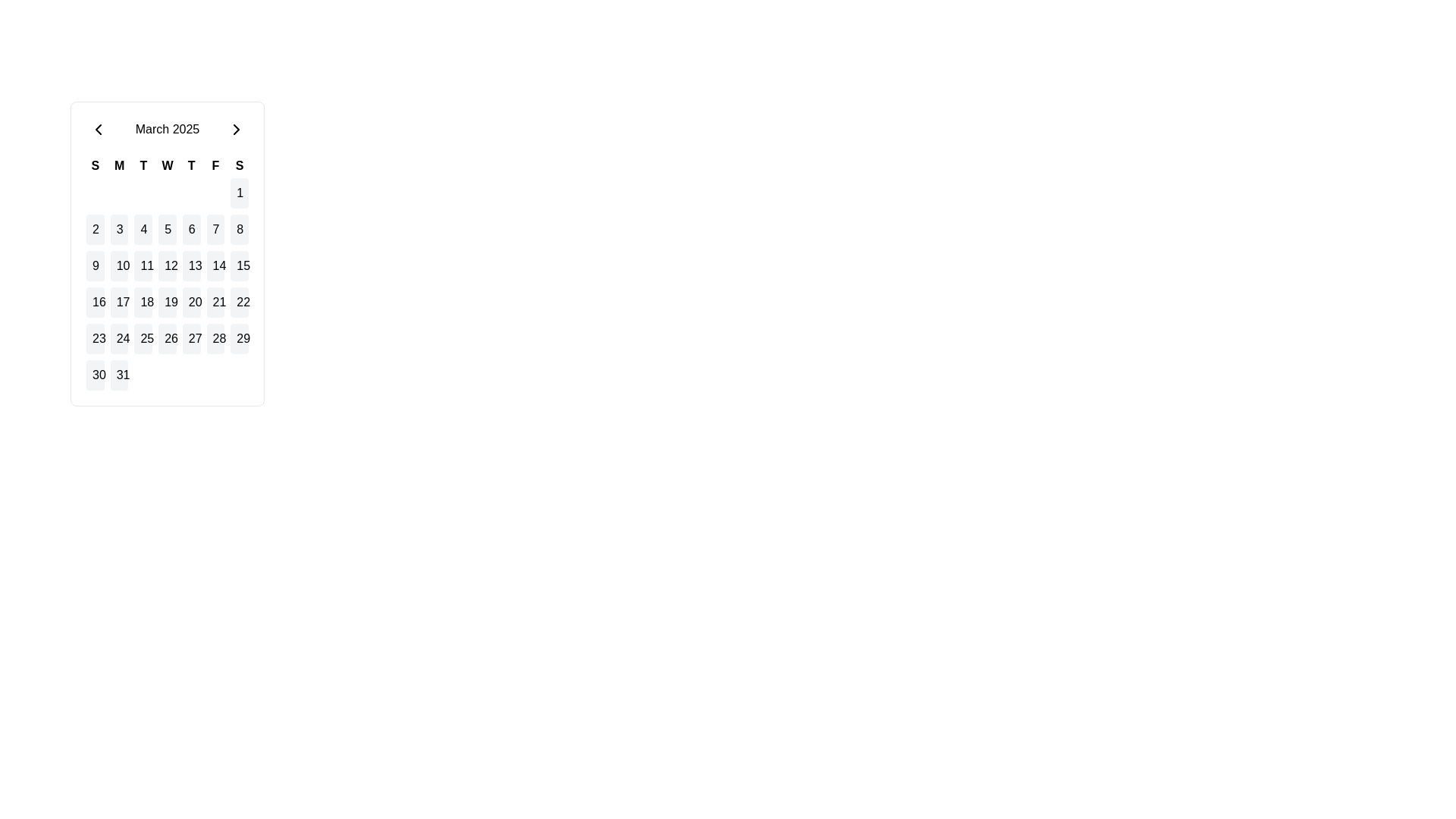  What do you see at coordinates (118, 265) in the screenshot?
I see `the button with the number '10' in bold font, which is located in the fourth column of the third row under the label 'F' for Friday in the calendar layout` at bounding box center [118, 265].